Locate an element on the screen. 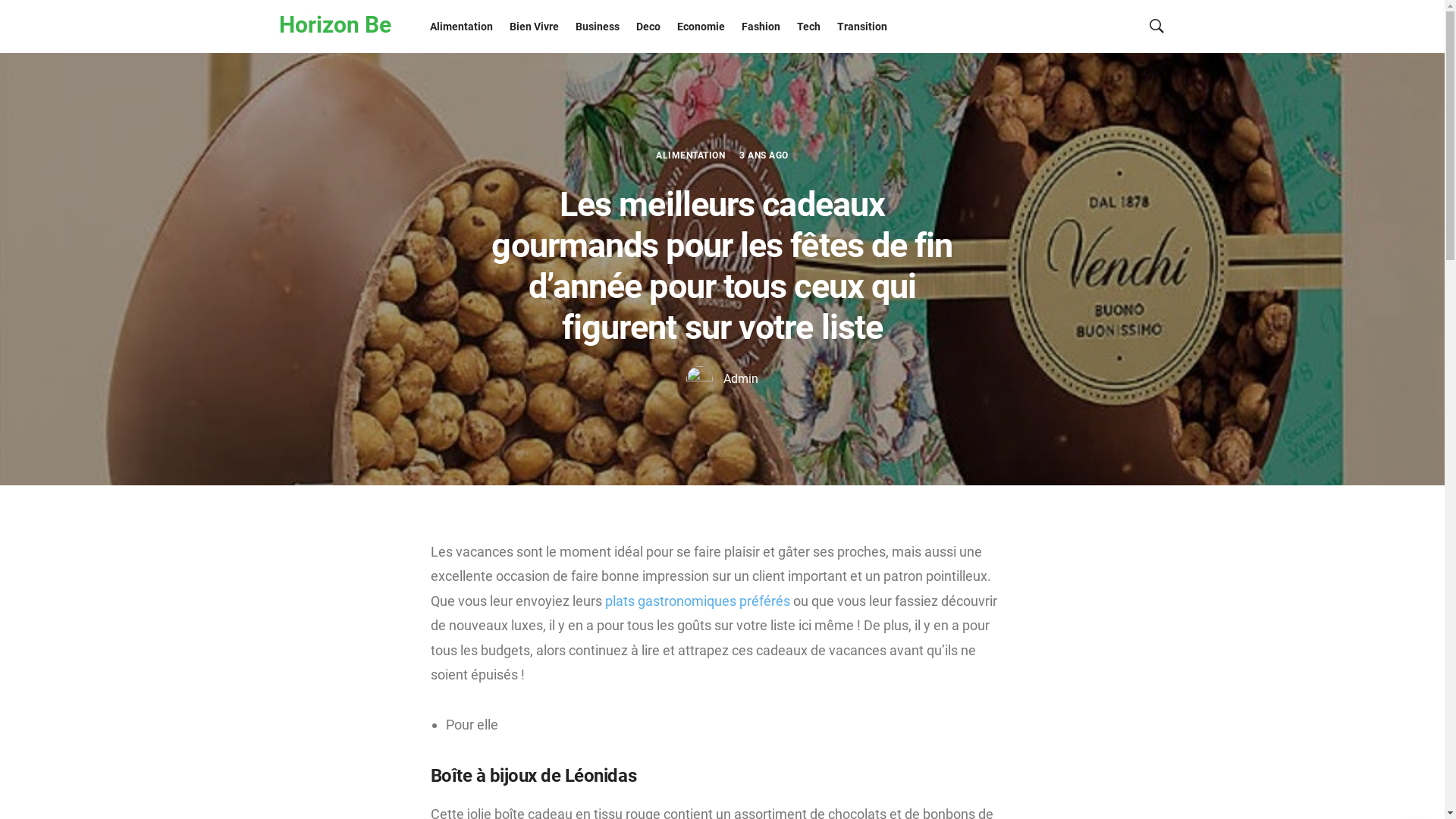 This screenshot has height=819, width=1456. 'Admin' is located at coordinates (721, 378).